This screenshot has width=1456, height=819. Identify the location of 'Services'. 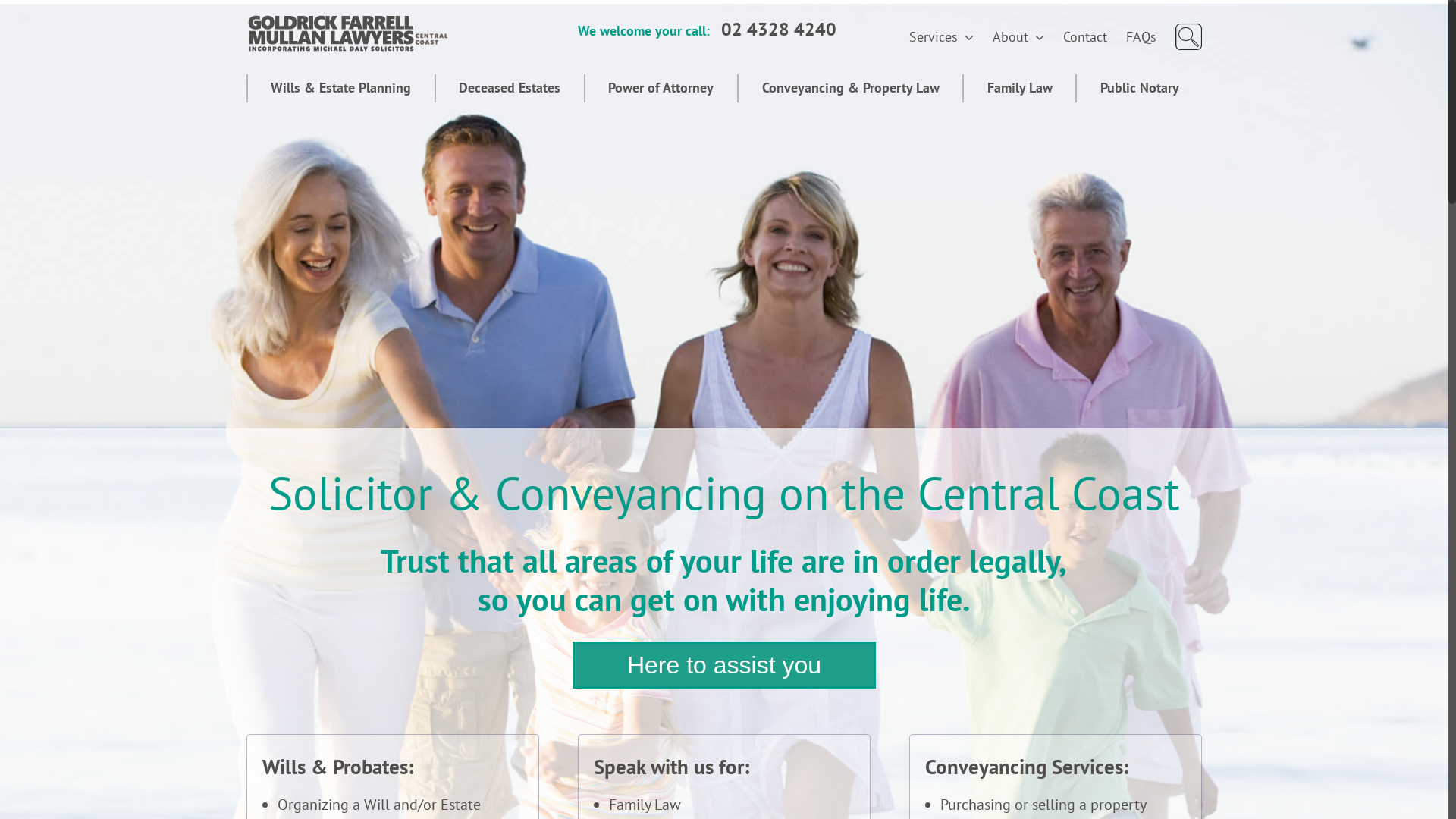
(940, 36).